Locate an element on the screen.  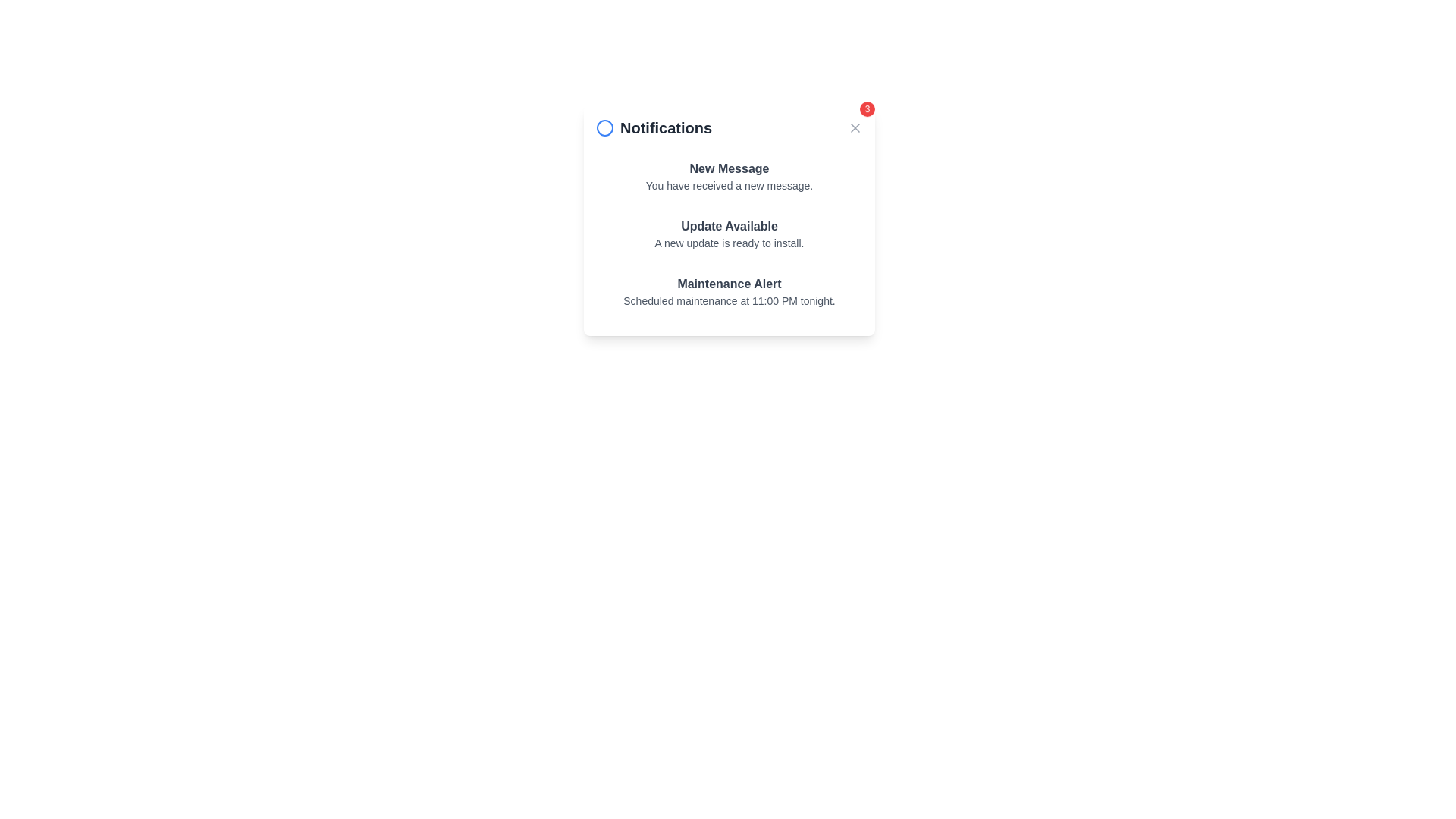
the Informational panel displaying notifications, which includes 'New Message,' 'Update Available,' and 'Maintenance Alert.' is located at coordinates (729, 234).